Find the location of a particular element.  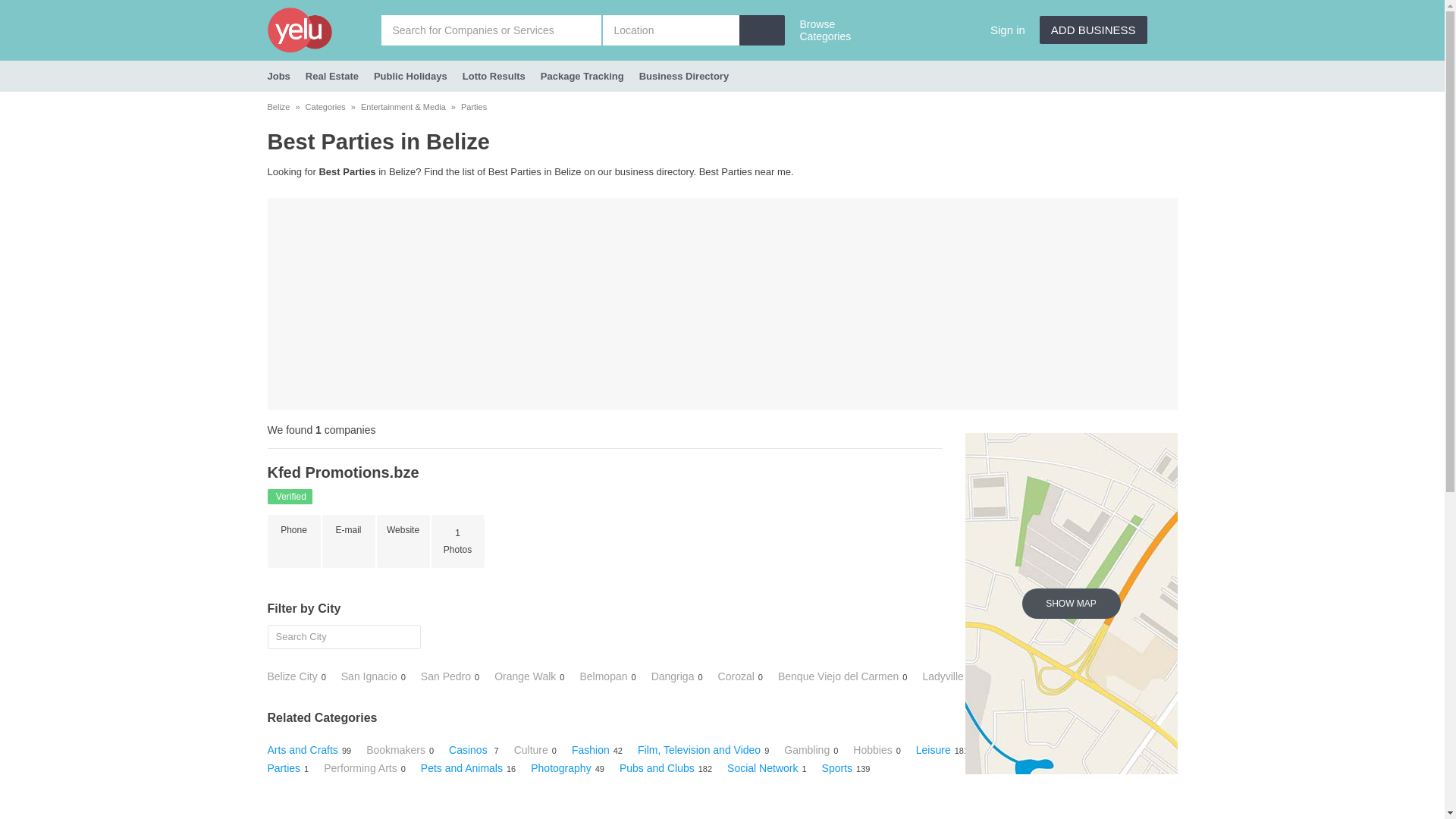

'Sports' is located at coordinates (836, 768).